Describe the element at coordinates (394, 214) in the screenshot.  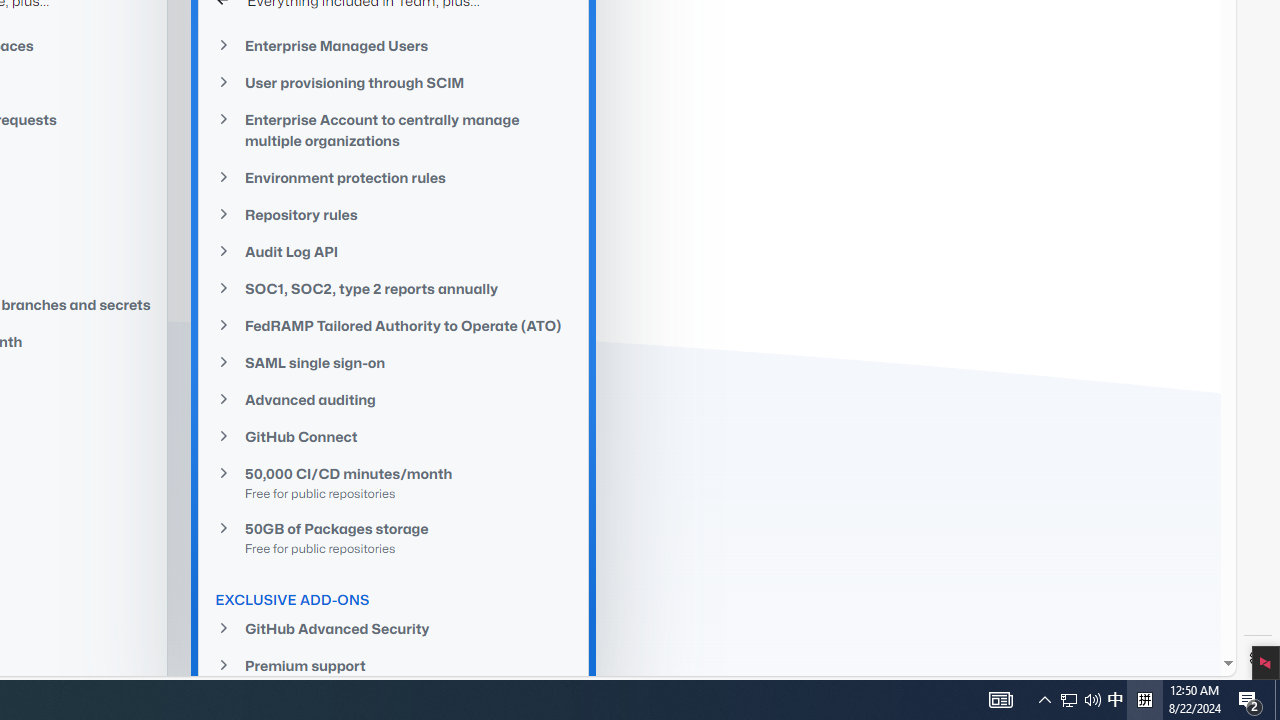
I see `'Repository rules'` at that location.